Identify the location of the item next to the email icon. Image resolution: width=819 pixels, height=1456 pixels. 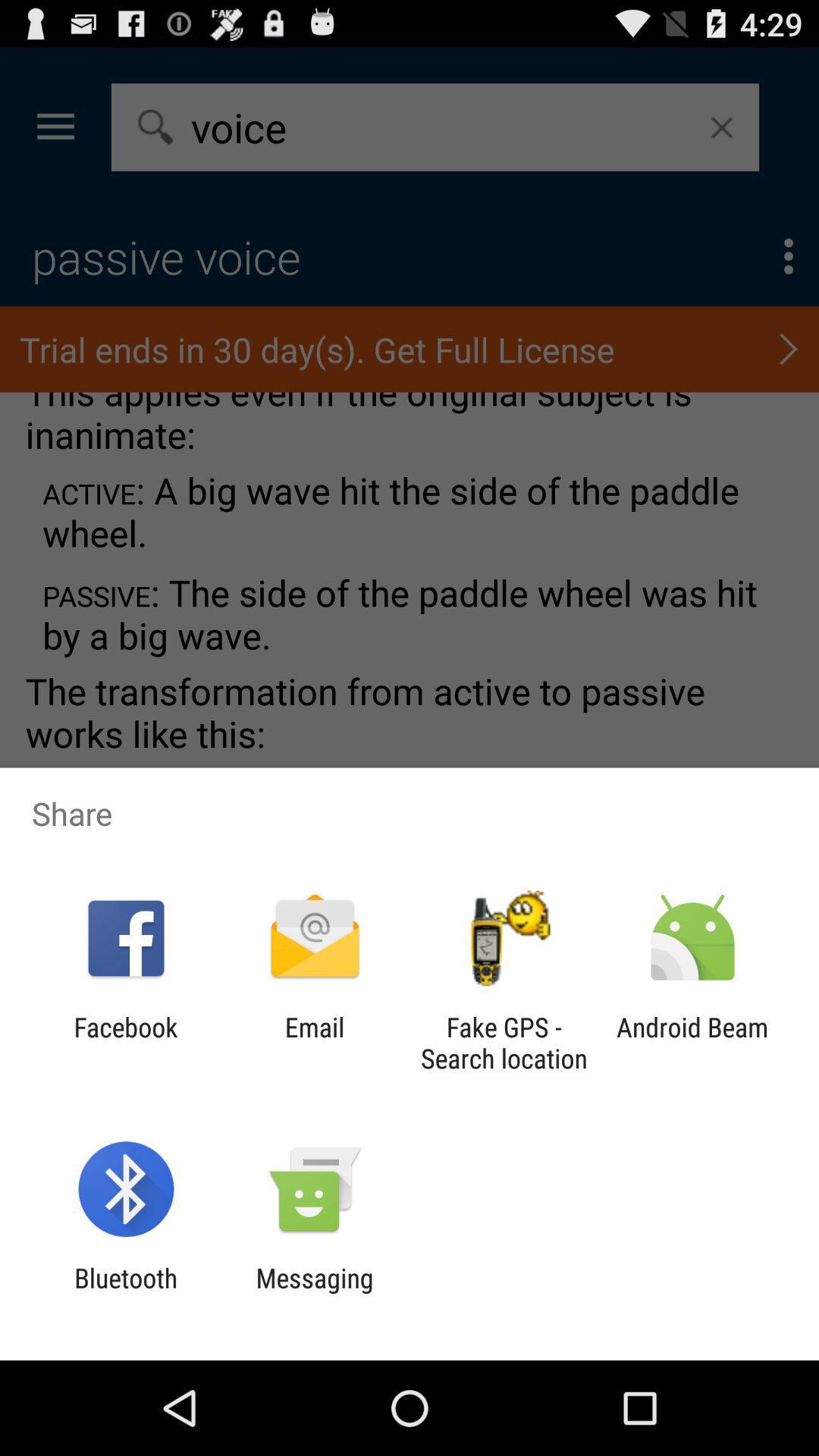
(125, 1042).